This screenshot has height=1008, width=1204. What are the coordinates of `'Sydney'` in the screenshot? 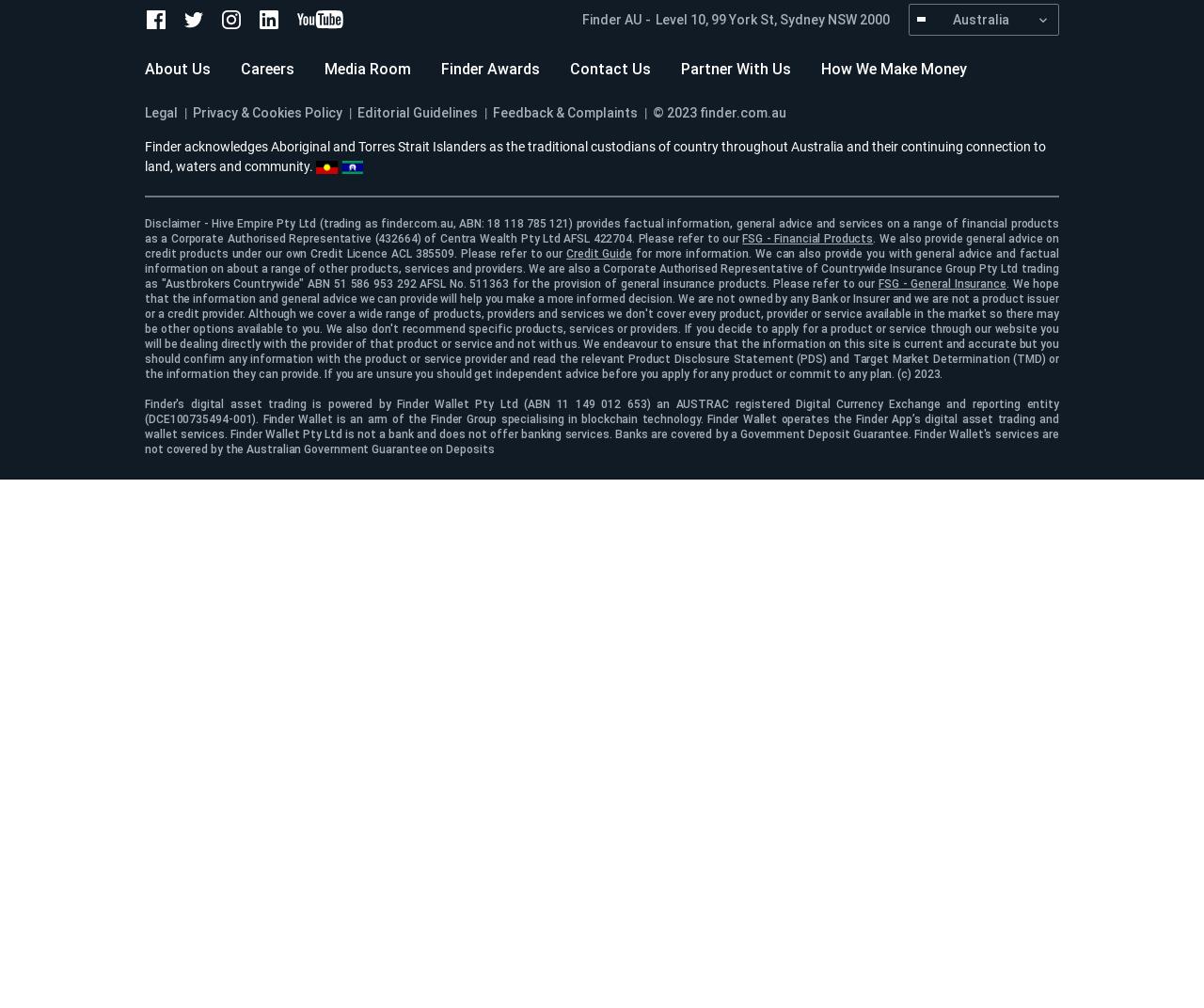 It's located at (801, 18).